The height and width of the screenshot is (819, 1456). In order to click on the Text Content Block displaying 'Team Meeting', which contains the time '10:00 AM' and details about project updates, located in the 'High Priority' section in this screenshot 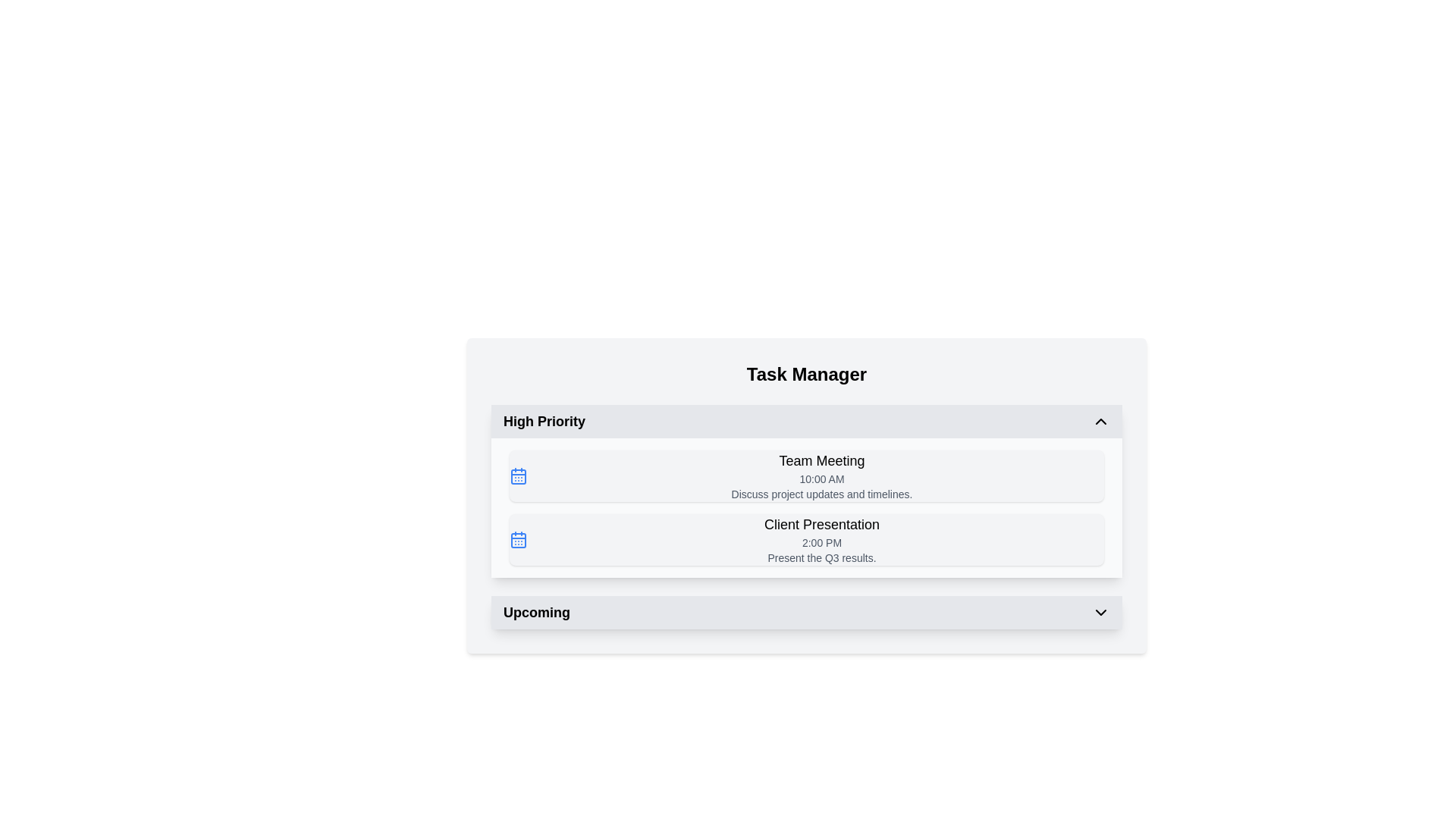, I will do `click(821, 475)`.